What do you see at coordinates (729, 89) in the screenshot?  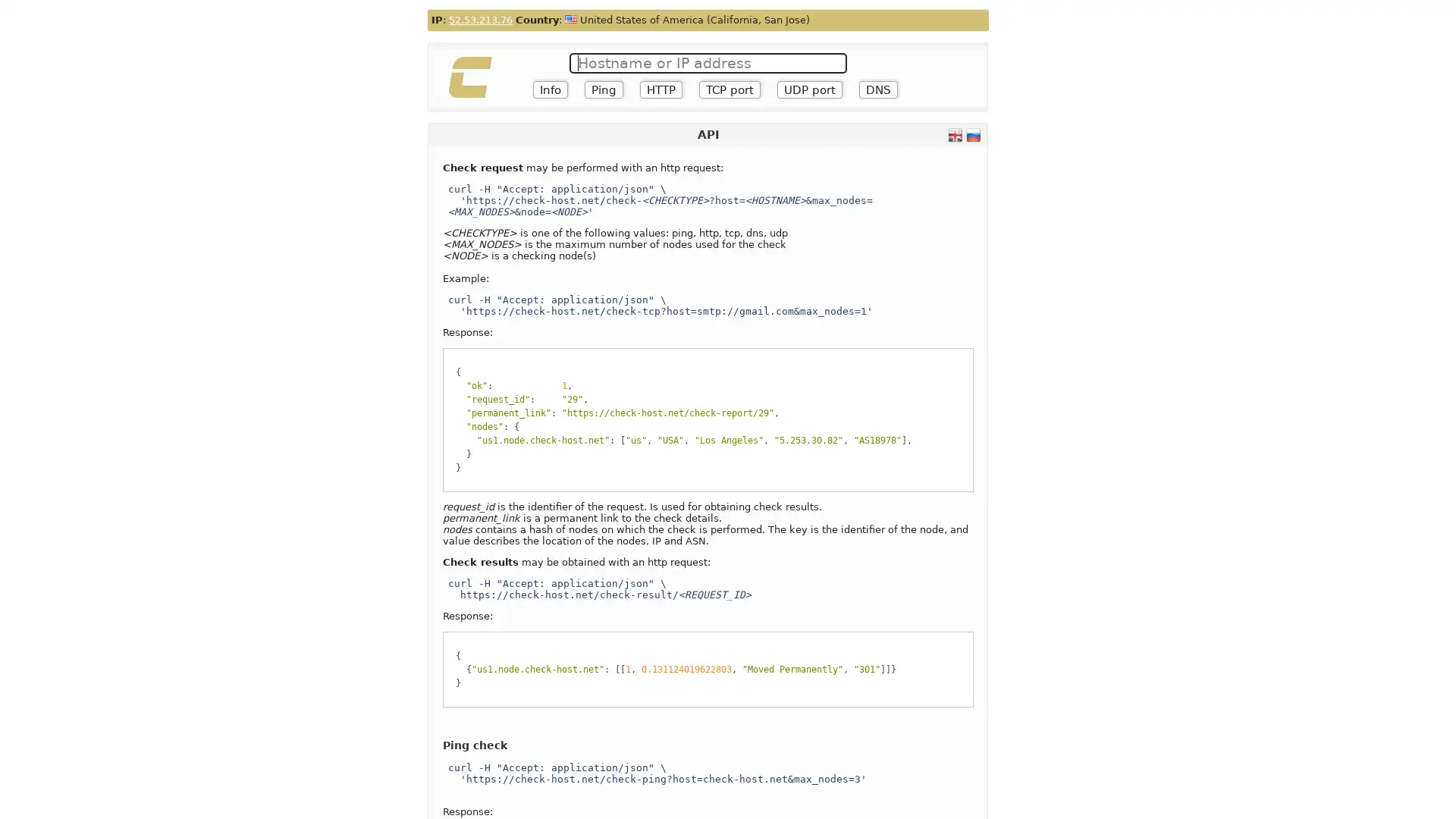 I see `TCP port` at bounding box center [729, 89].